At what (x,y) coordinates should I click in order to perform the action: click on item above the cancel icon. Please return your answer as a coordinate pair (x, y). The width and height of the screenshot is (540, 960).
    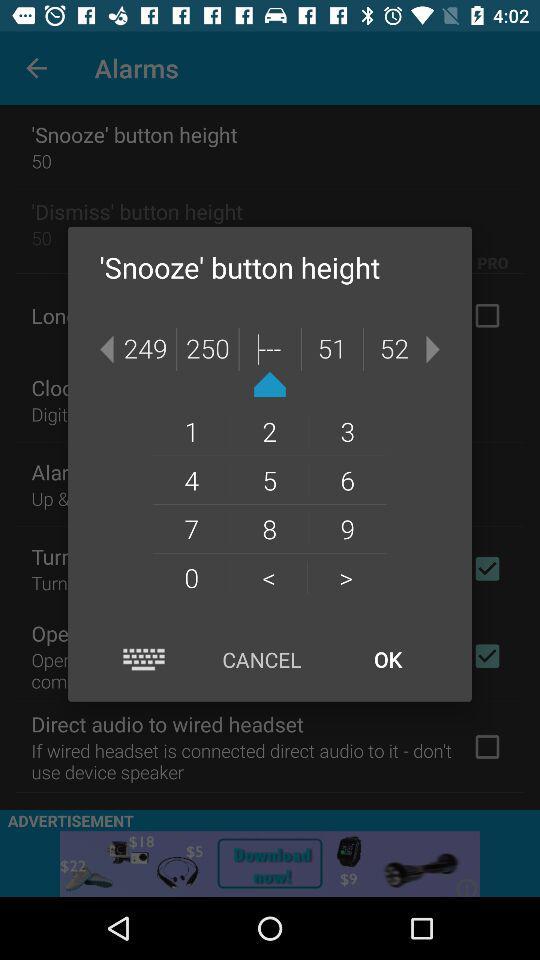
    Looking at the image, I should click on (345, 577).